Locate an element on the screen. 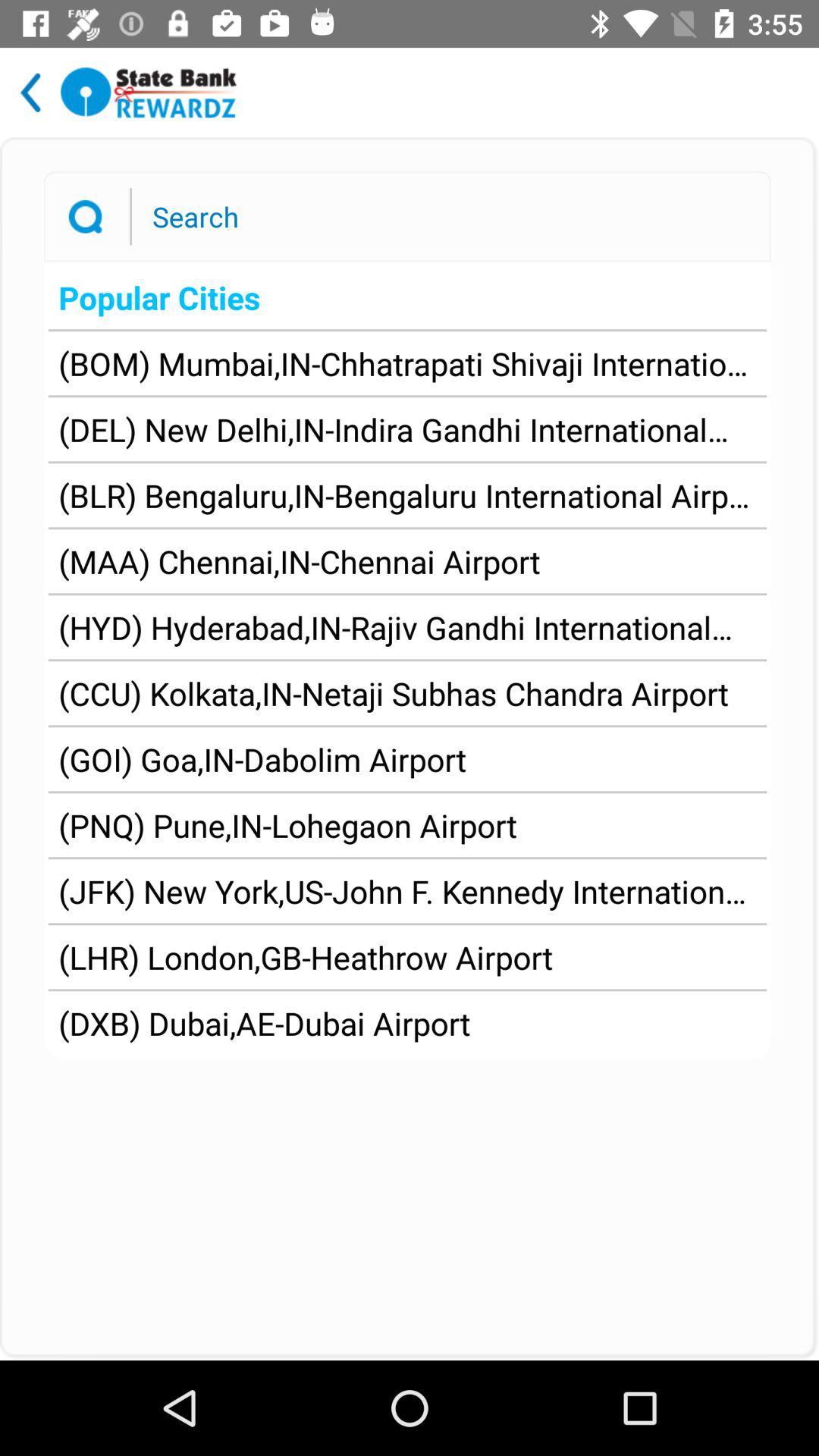  the app below maa chennai in app is located at coordinates (406, 627).